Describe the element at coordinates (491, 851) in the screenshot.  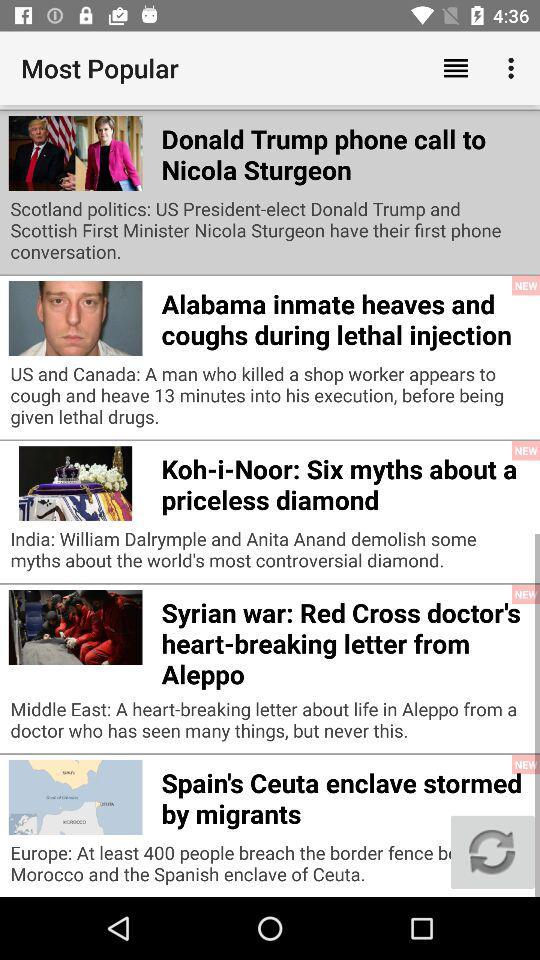
I see `the item below the new app` at that location.